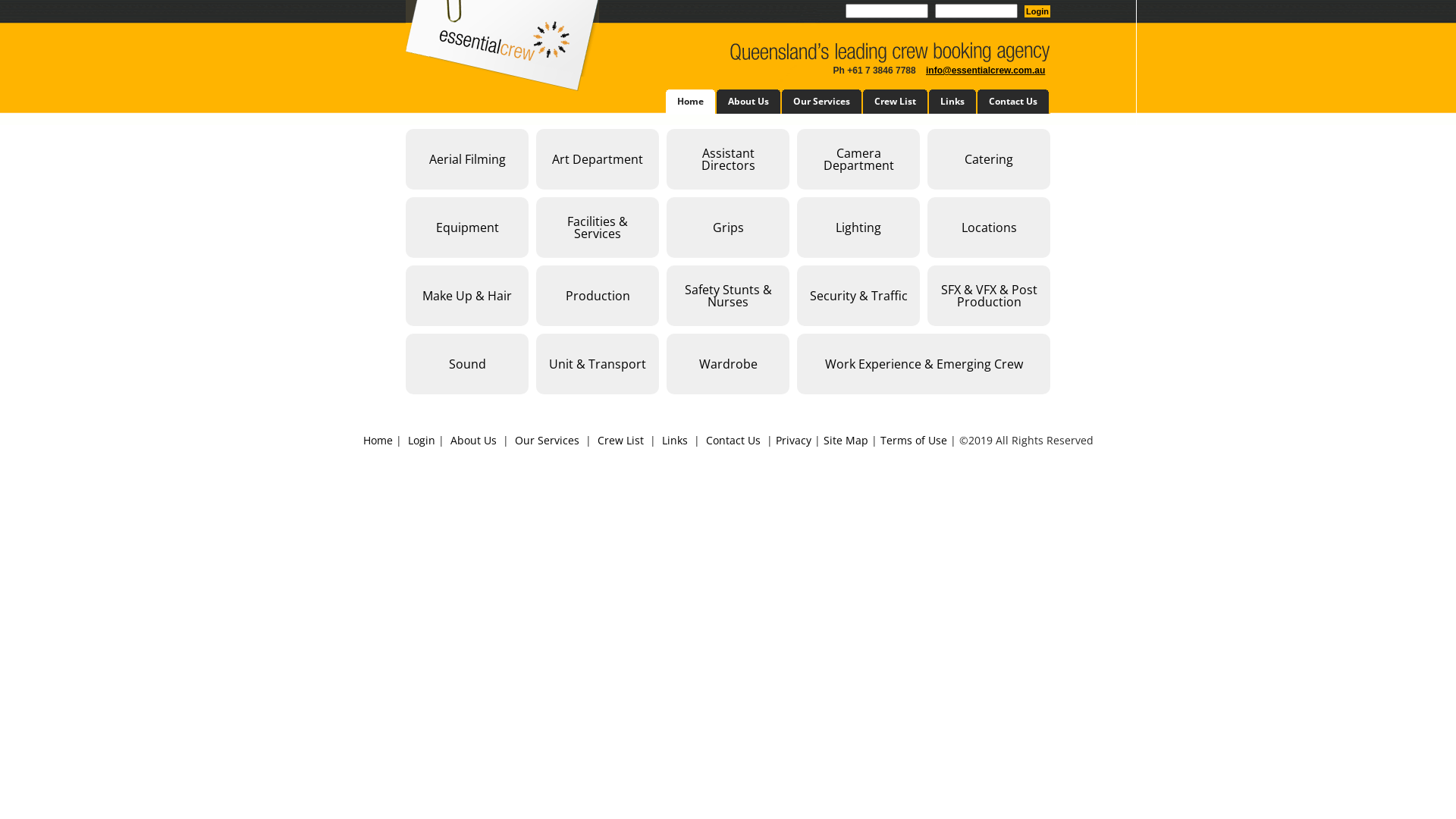 The image size is (1456, 819). What do you see at coordinates (792, 440) in the screenshot?
I see `'Privacy'` at bounding box center [792, 440].